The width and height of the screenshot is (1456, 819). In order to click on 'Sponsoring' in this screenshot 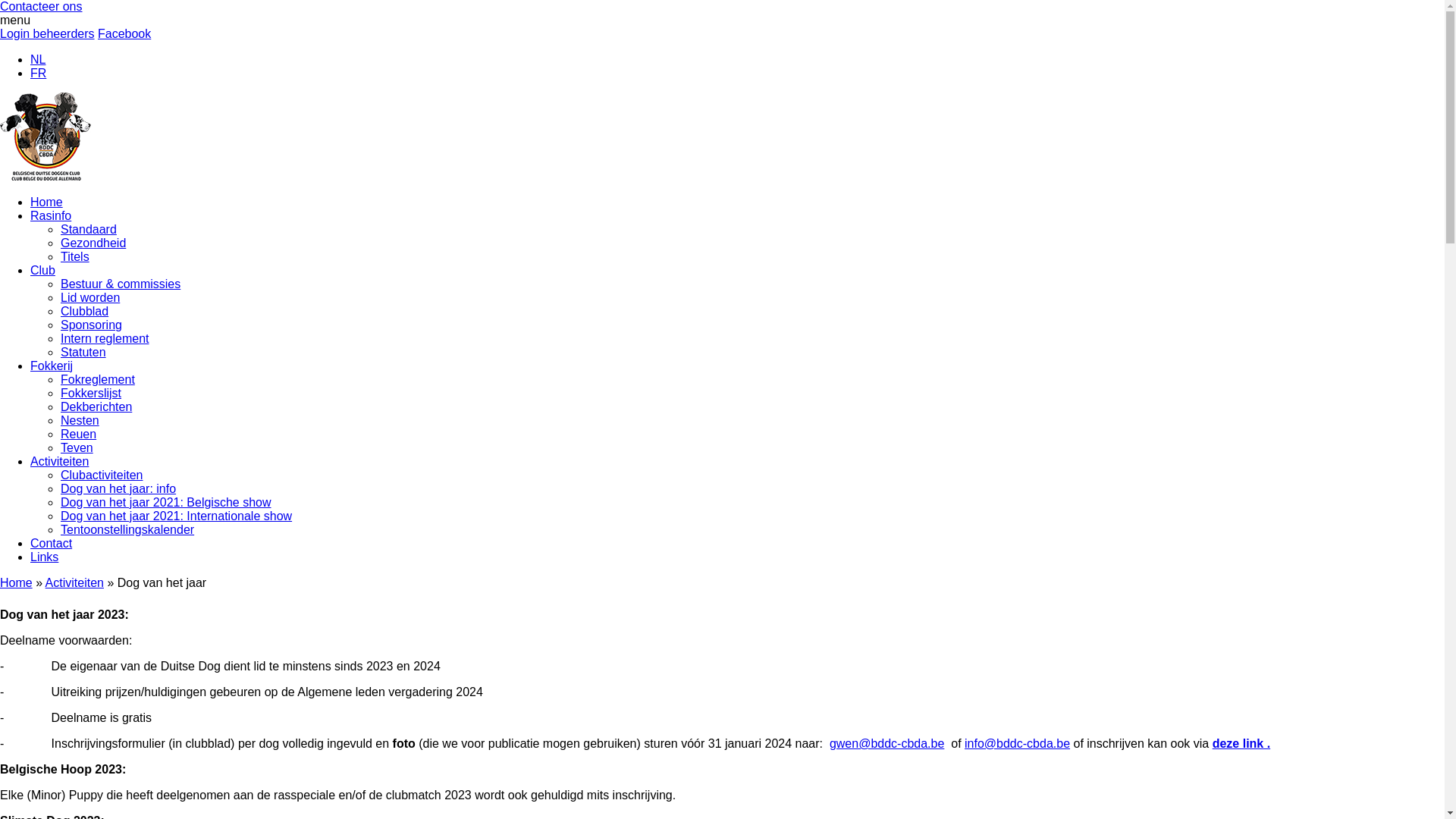, I will do `click(90, 324)`.